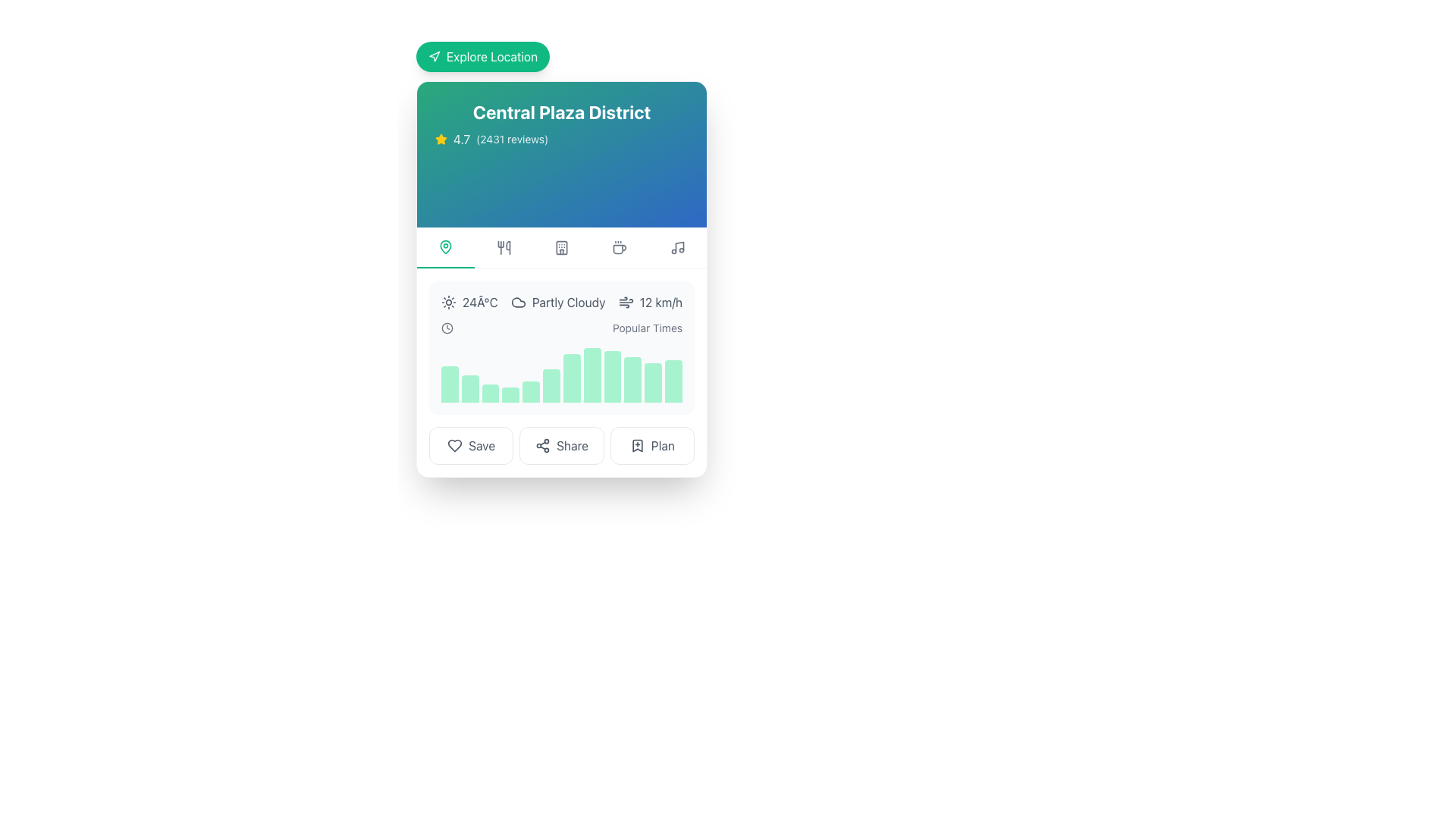  I want to click on the 'Share' button that has a light gray background, rounded corners, and a sharing icon on the left side, positioned between the 'Save' and 'Plan' buttons, so click(560, 444).